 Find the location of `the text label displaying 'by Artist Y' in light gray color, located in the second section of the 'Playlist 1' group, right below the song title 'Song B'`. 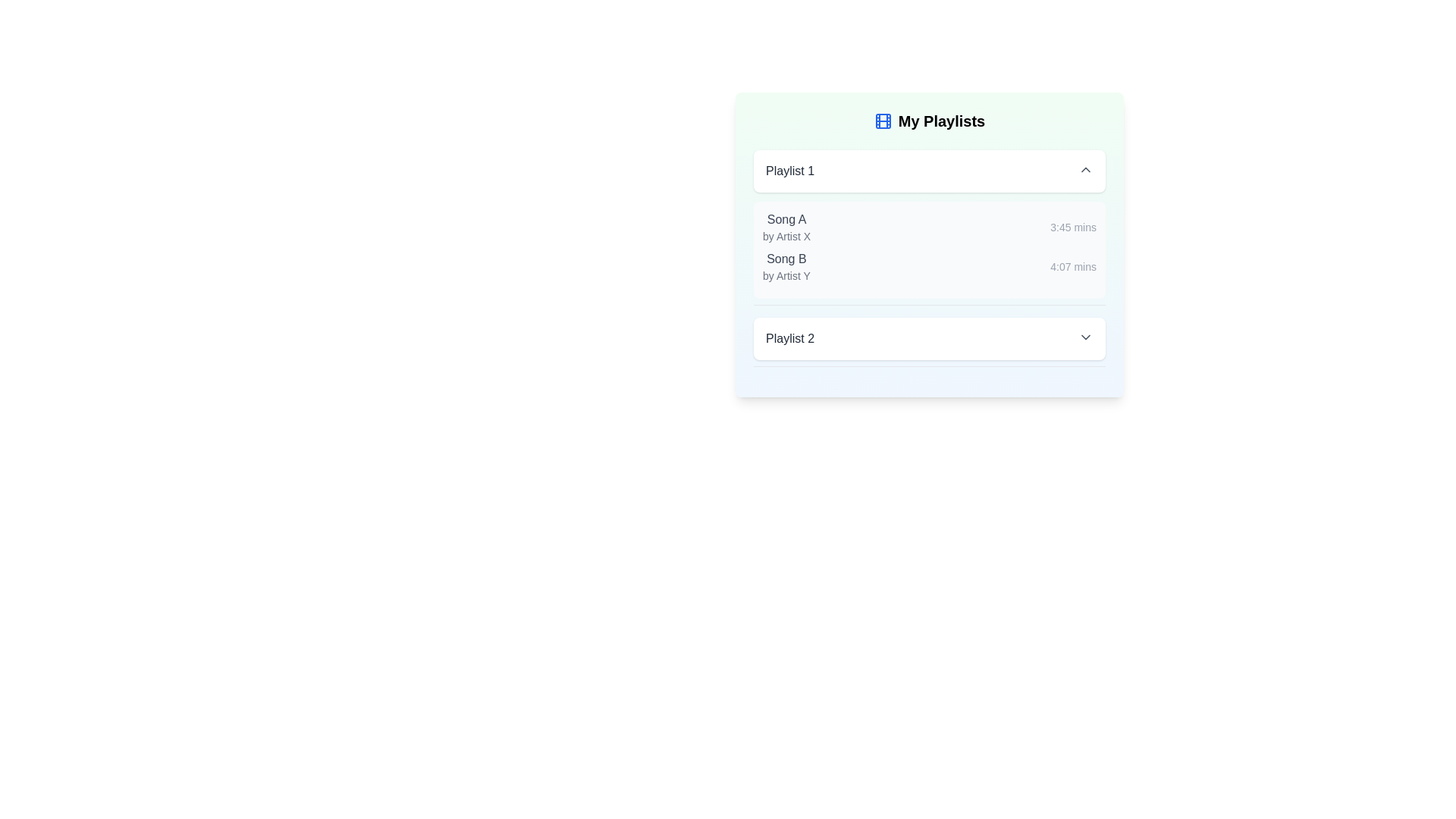

the text label displaying 'by Artist Y' in light gray color, located in the second section of the 'Playlist 1' group, right below the song title 'Song B' is located at coordinates (786, 275).